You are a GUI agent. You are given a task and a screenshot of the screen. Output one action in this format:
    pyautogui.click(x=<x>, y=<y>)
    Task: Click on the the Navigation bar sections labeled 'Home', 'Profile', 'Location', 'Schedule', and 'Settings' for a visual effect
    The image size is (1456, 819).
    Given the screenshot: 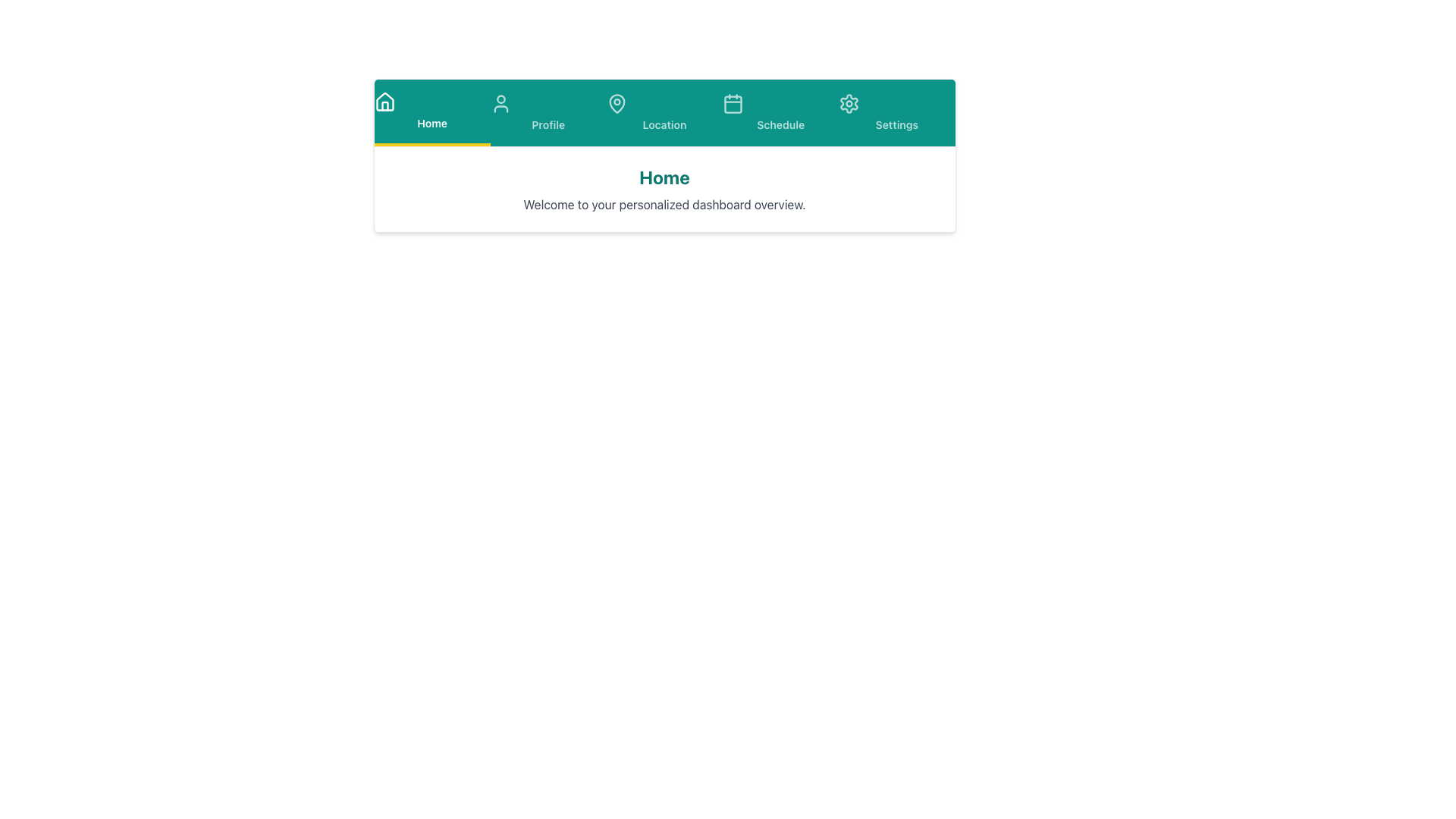 What is the action you would take?
    pyautogui.click(x=664, y=112)
    